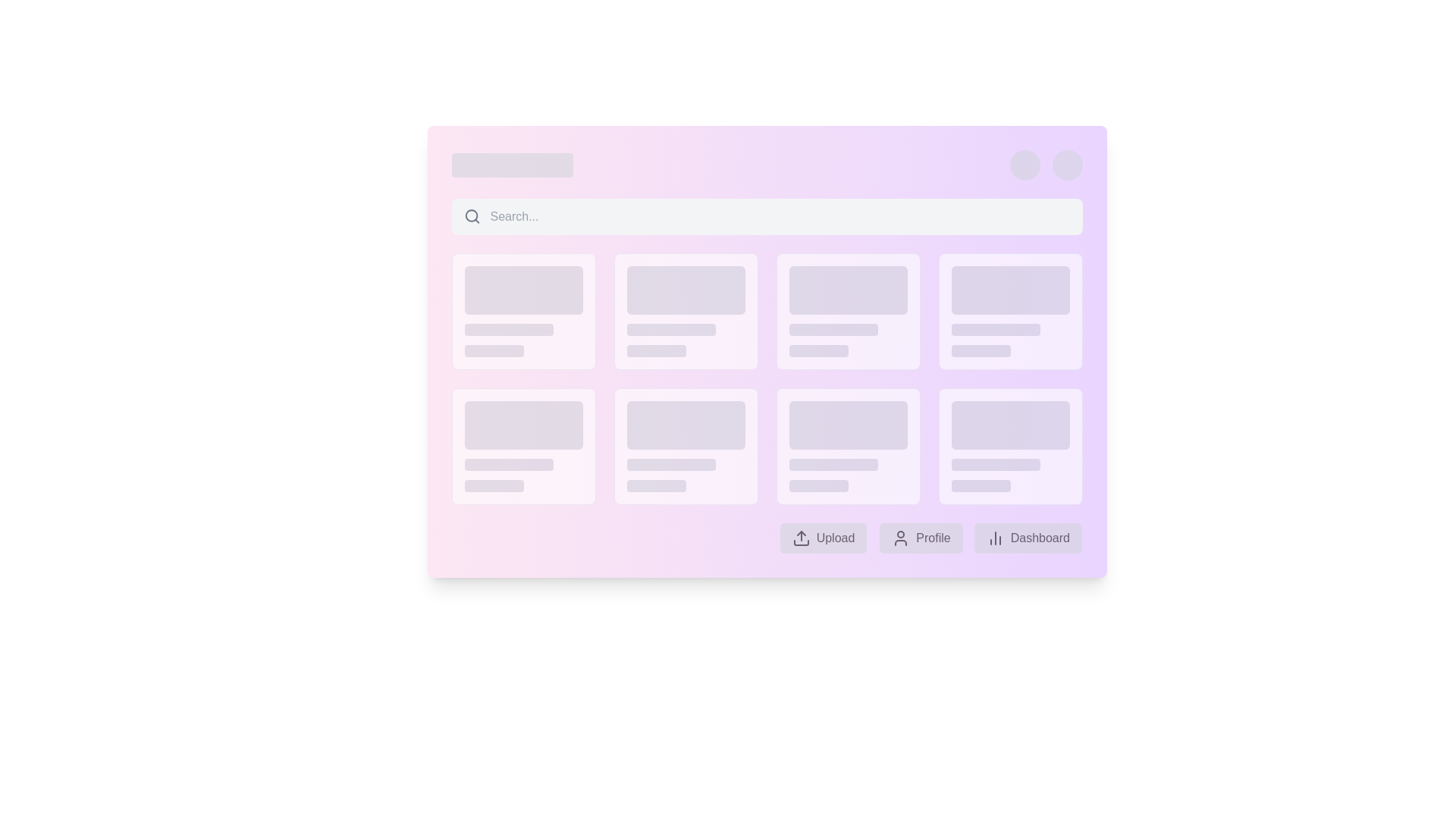 The height and width of the screenshot is (819, 1456). Describe the element at coordinates (900, 537) in the screenshot. I see `the Profile icon located in the bottom-center section of the interface` at that location.